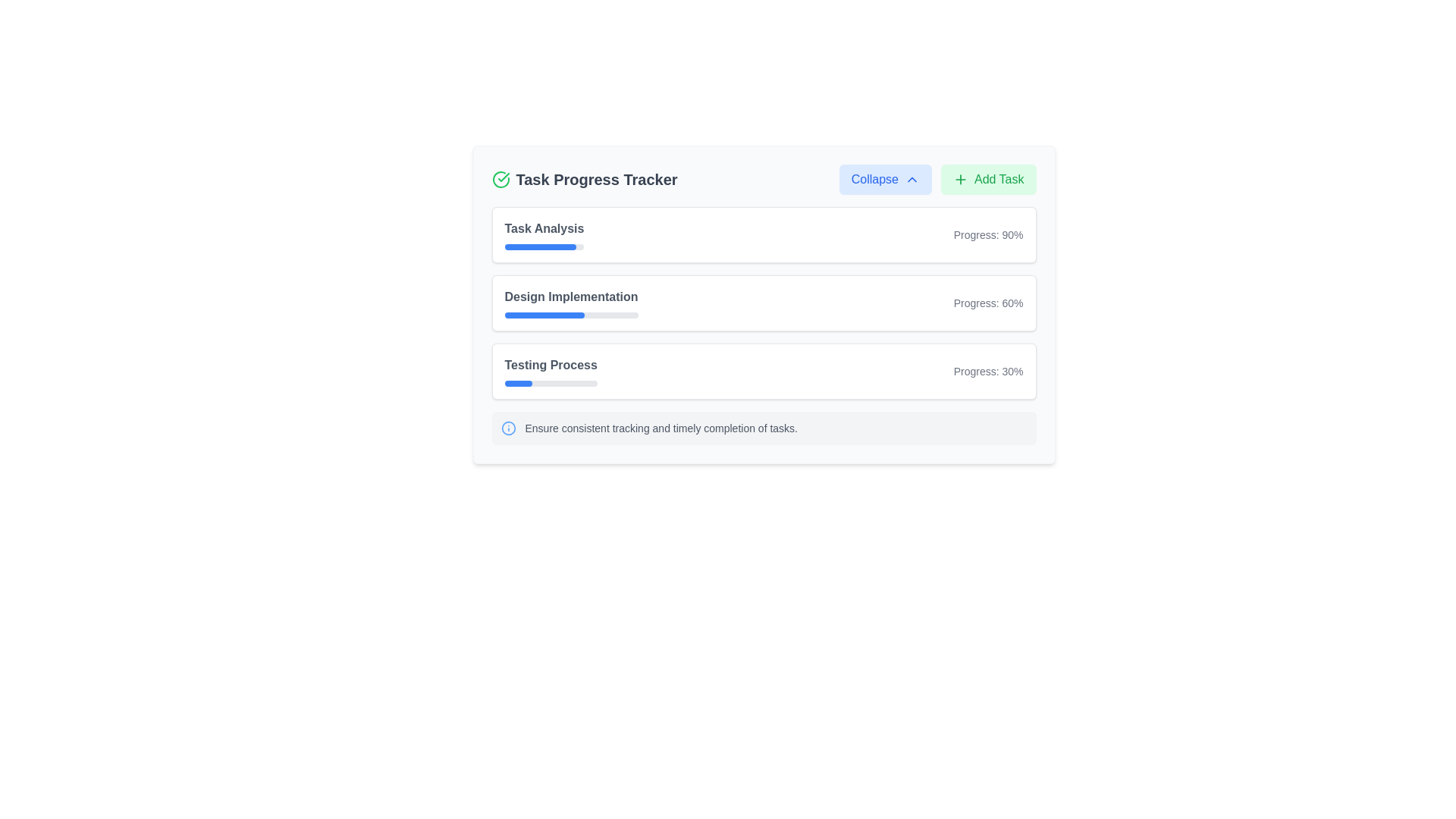 The height and width of the screenshot is (819, 1456). I want to click on the success indicator icon located below the 'Task Progress Tracker' heading in the upper-left corner of the interface, so click(503, 177).